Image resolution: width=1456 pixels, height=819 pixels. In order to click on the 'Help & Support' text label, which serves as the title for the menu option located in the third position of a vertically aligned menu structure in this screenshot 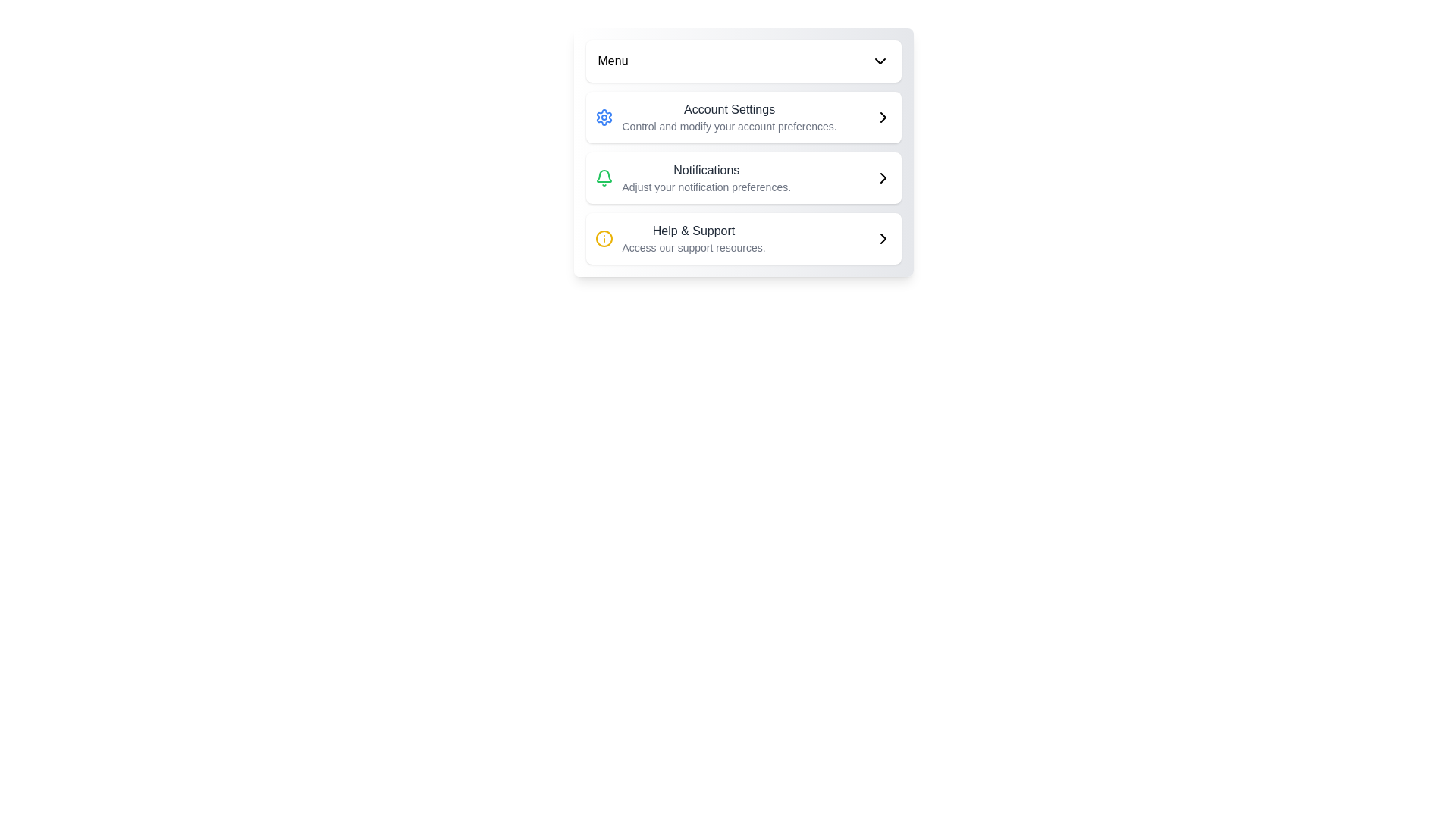, I will do `click(693, 231)`.